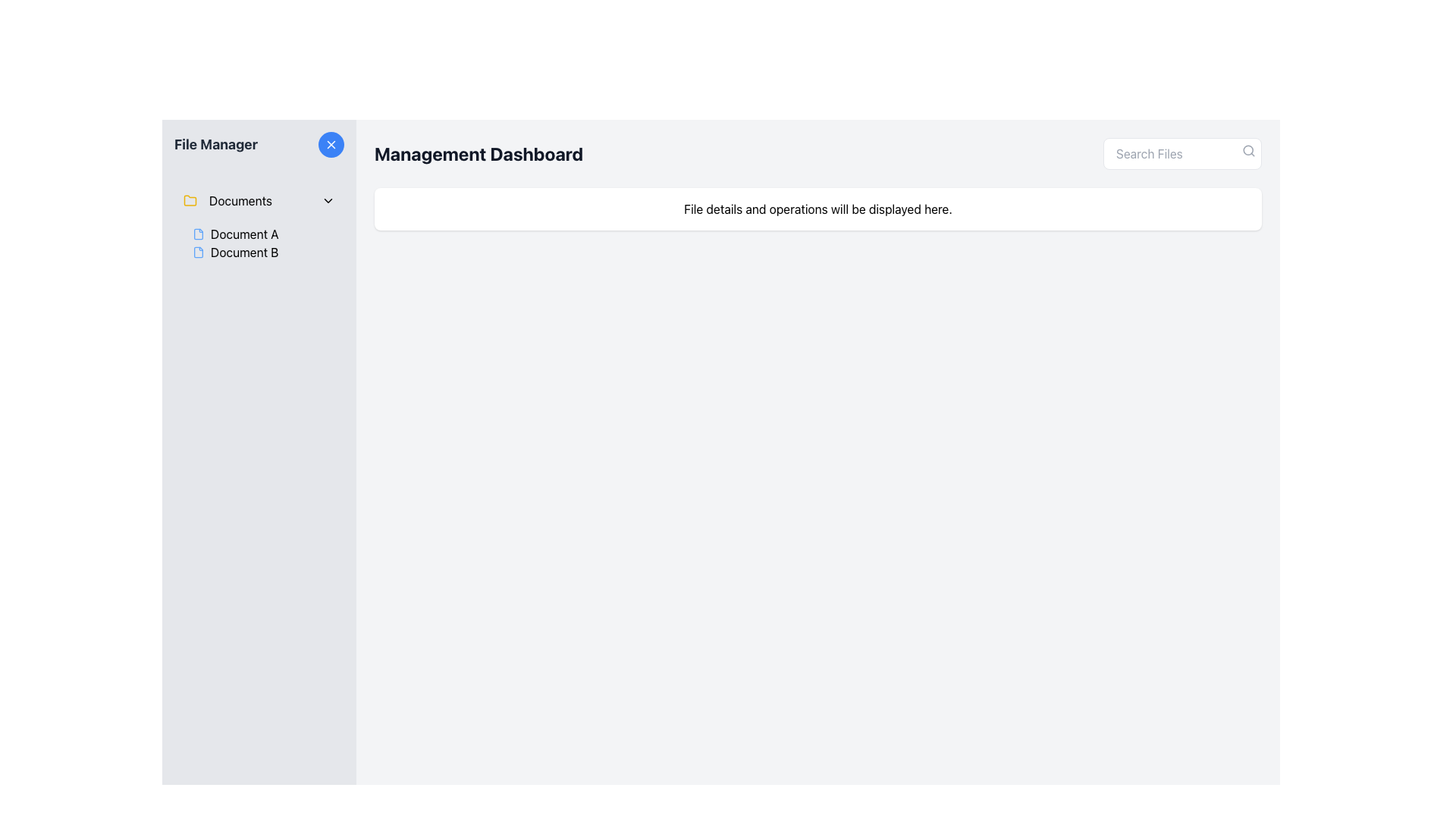 Image resolution: width=1456 pixels, height=819 pixels. I want to click on the close or cancel icon, which is a small diagonal cross positioned within a circular area with a light blue background, located to the right of the 'File Manager' title in the left navigation panel, so click(330, 145).